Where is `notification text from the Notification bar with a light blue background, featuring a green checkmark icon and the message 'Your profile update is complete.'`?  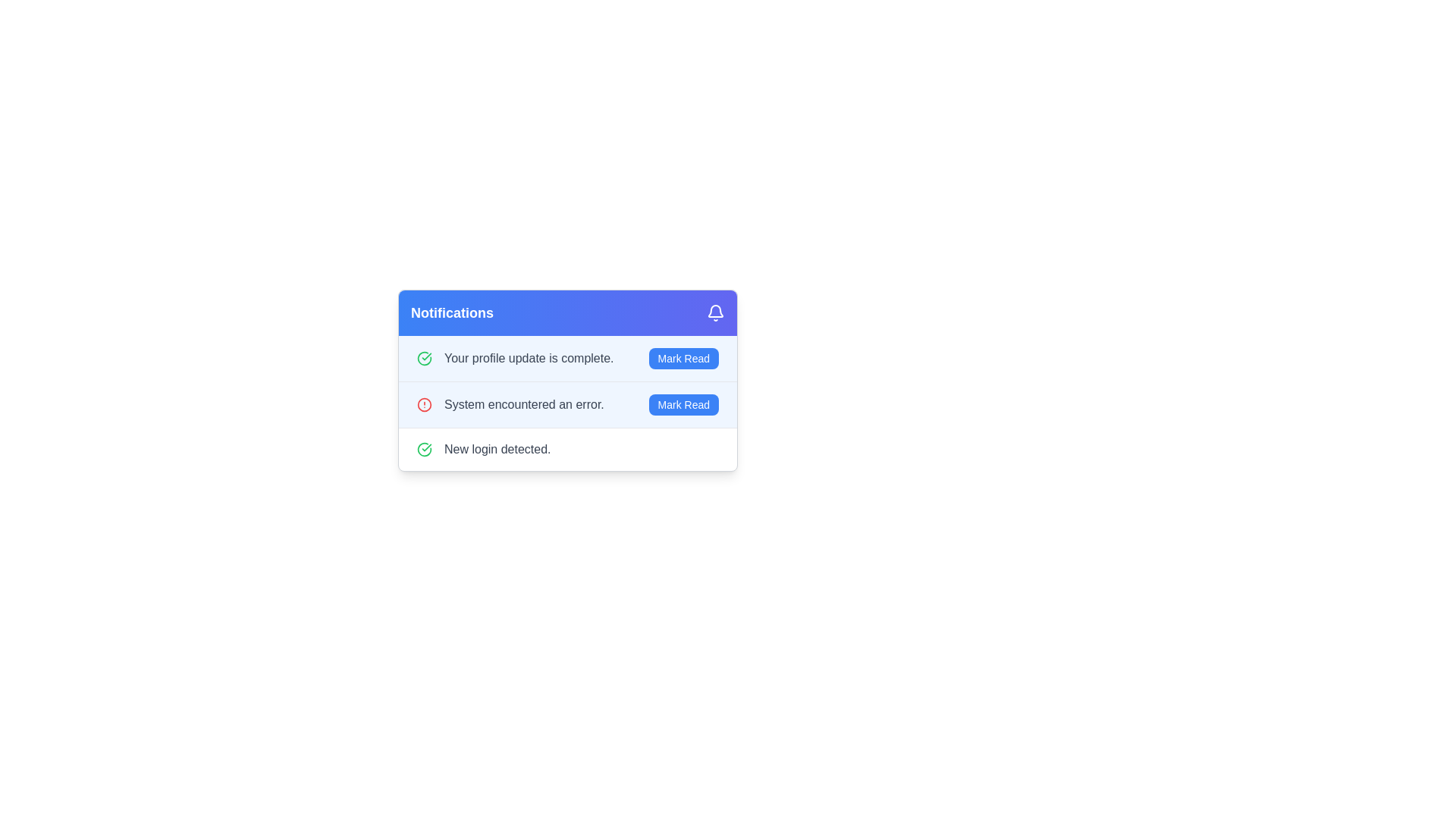 notification text from the Notification bar with a light blue background, featuring a green checkmark icon and the message 'Your profile update is complete.' is located at coordinates (566, 359).